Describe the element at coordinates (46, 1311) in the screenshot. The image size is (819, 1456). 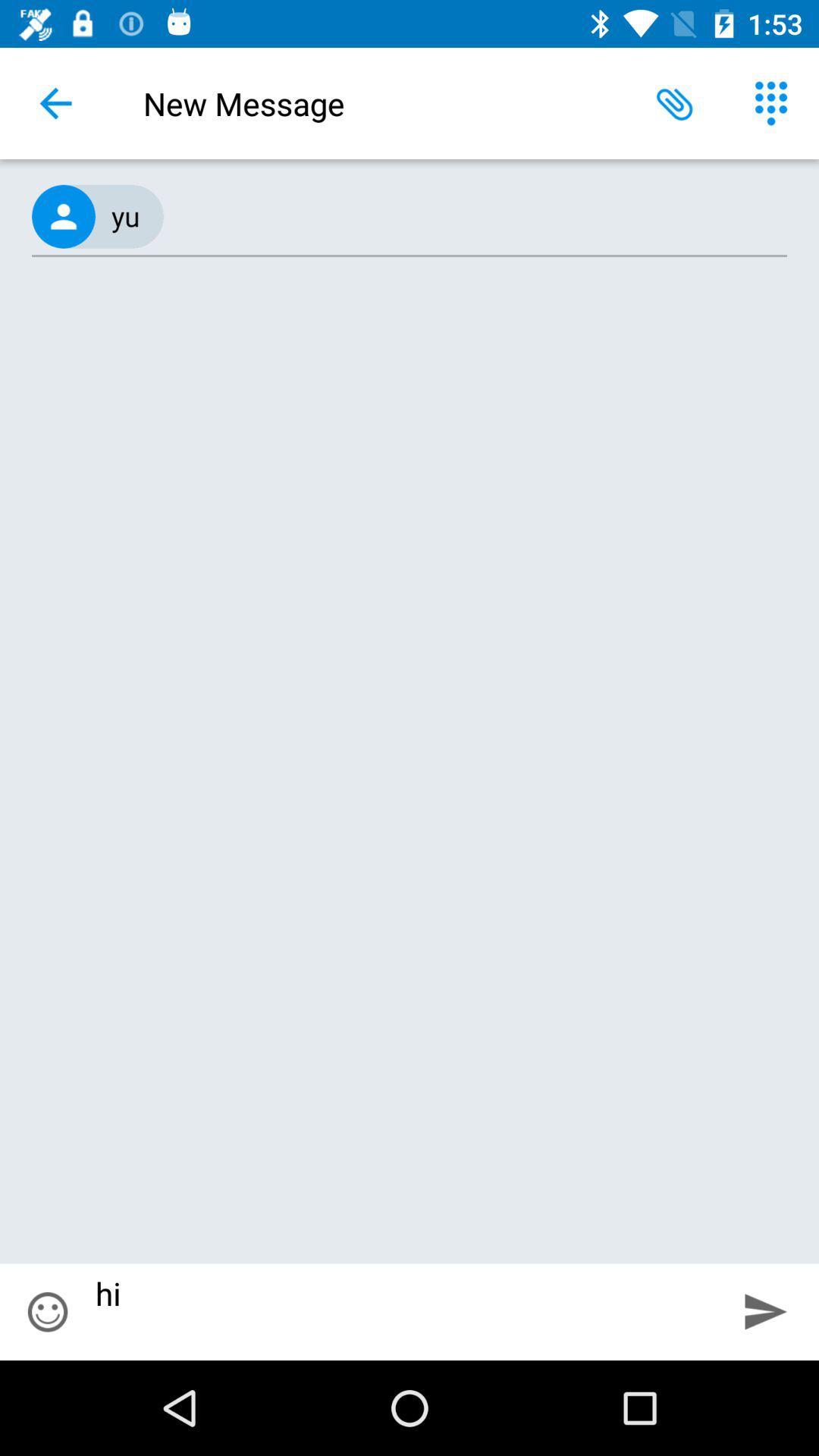
I see `choose emoji` at that location.